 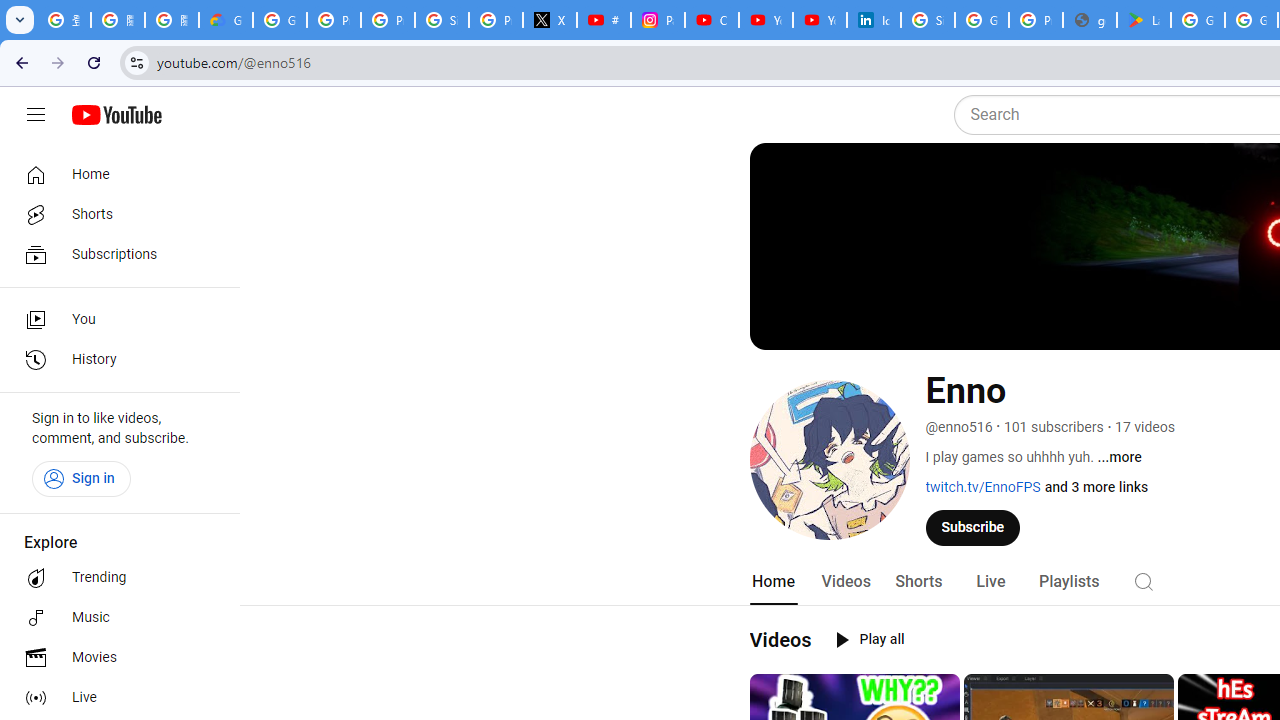 I want to click on 'Google Cloud Privacy Notice', so click(x=225, y=20).